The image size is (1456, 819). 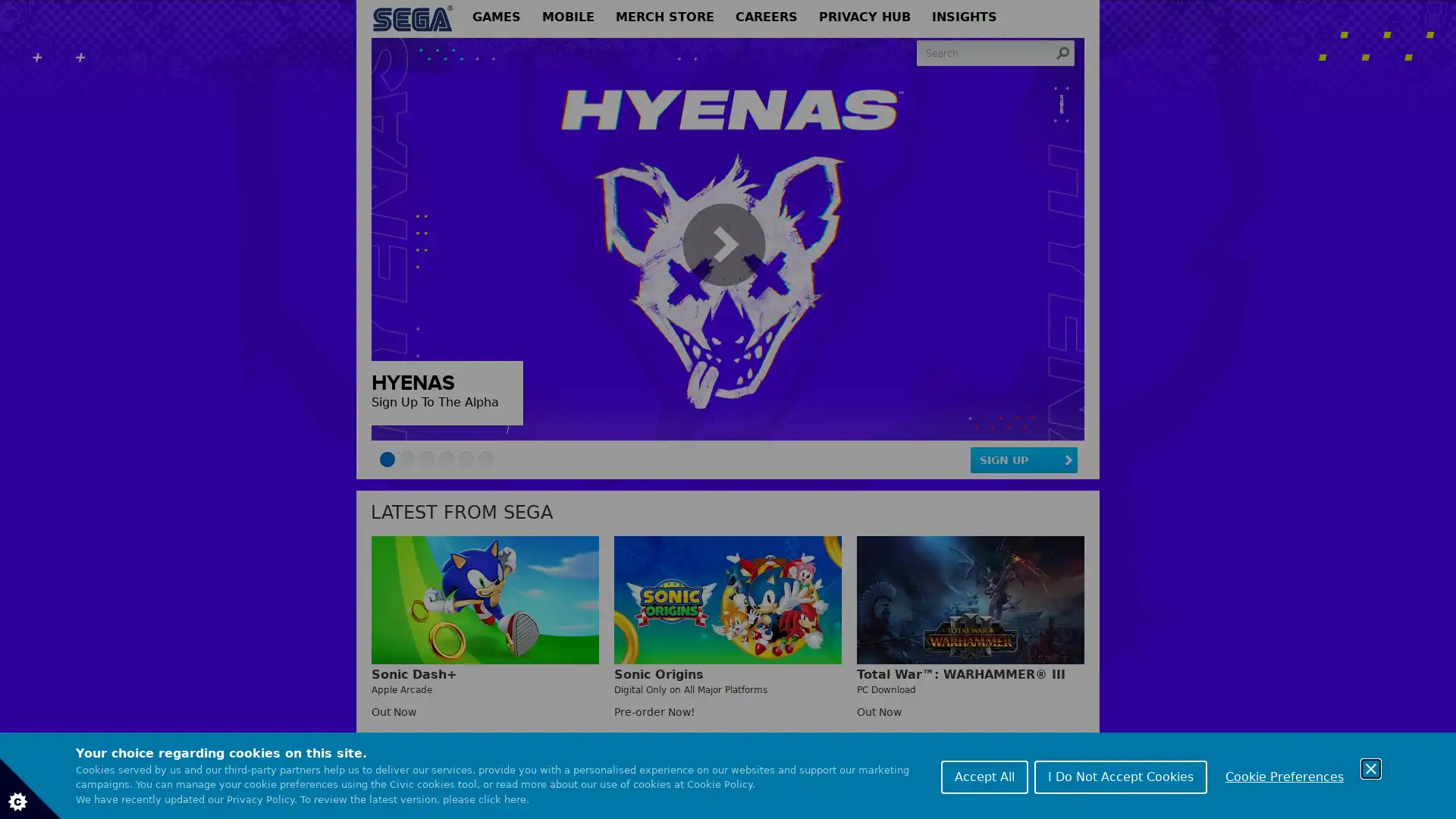 What do you see at coordinates (1284, 776) in the screenshot?
I see `Cookie Preferences` at bounding box center [1284, 776].